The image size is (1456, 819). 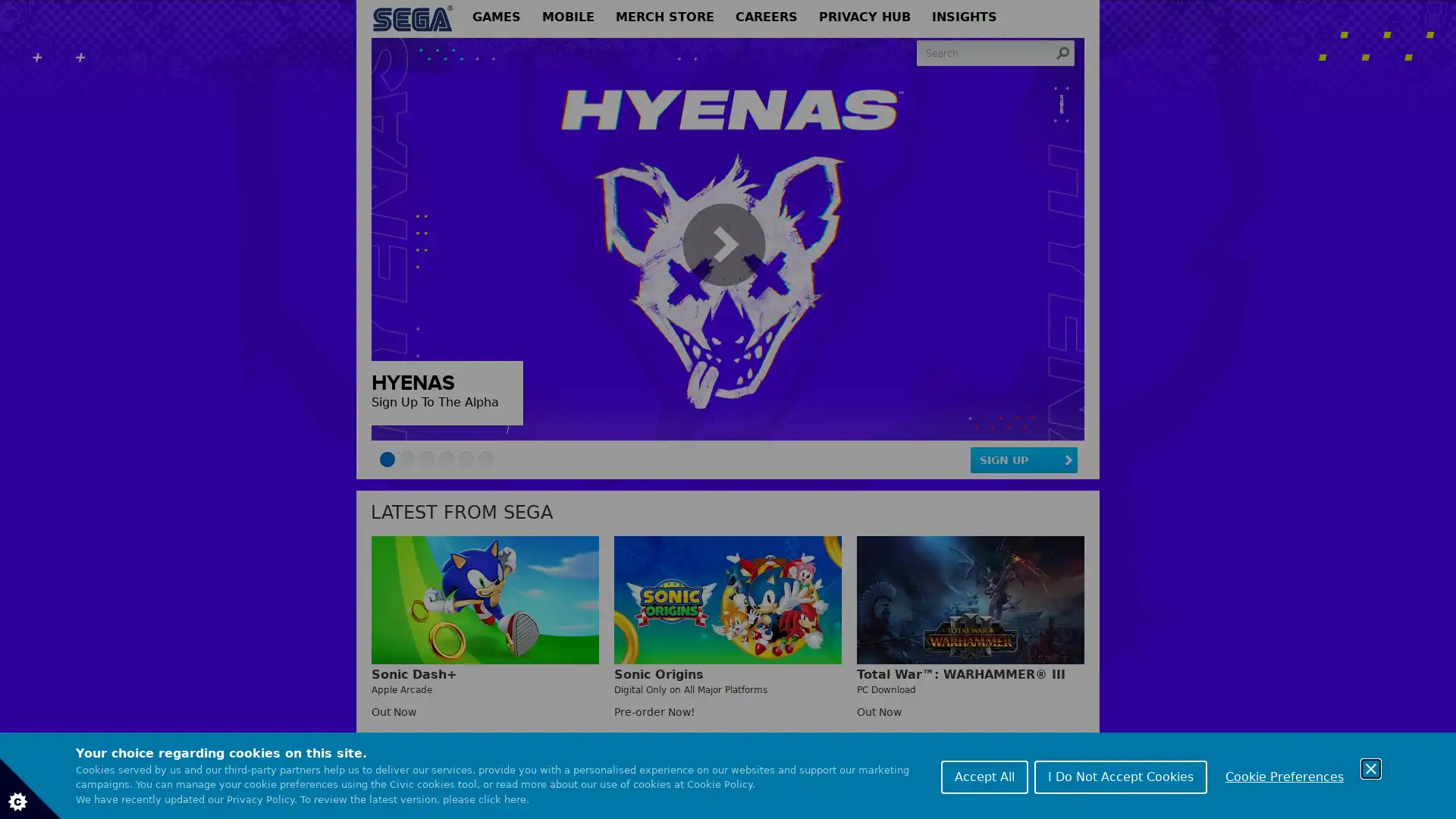 What do you see at coordinates (1284, 776) in the screenshot?
I see `Cookie Preferences` at bounding box center [1284, 776].